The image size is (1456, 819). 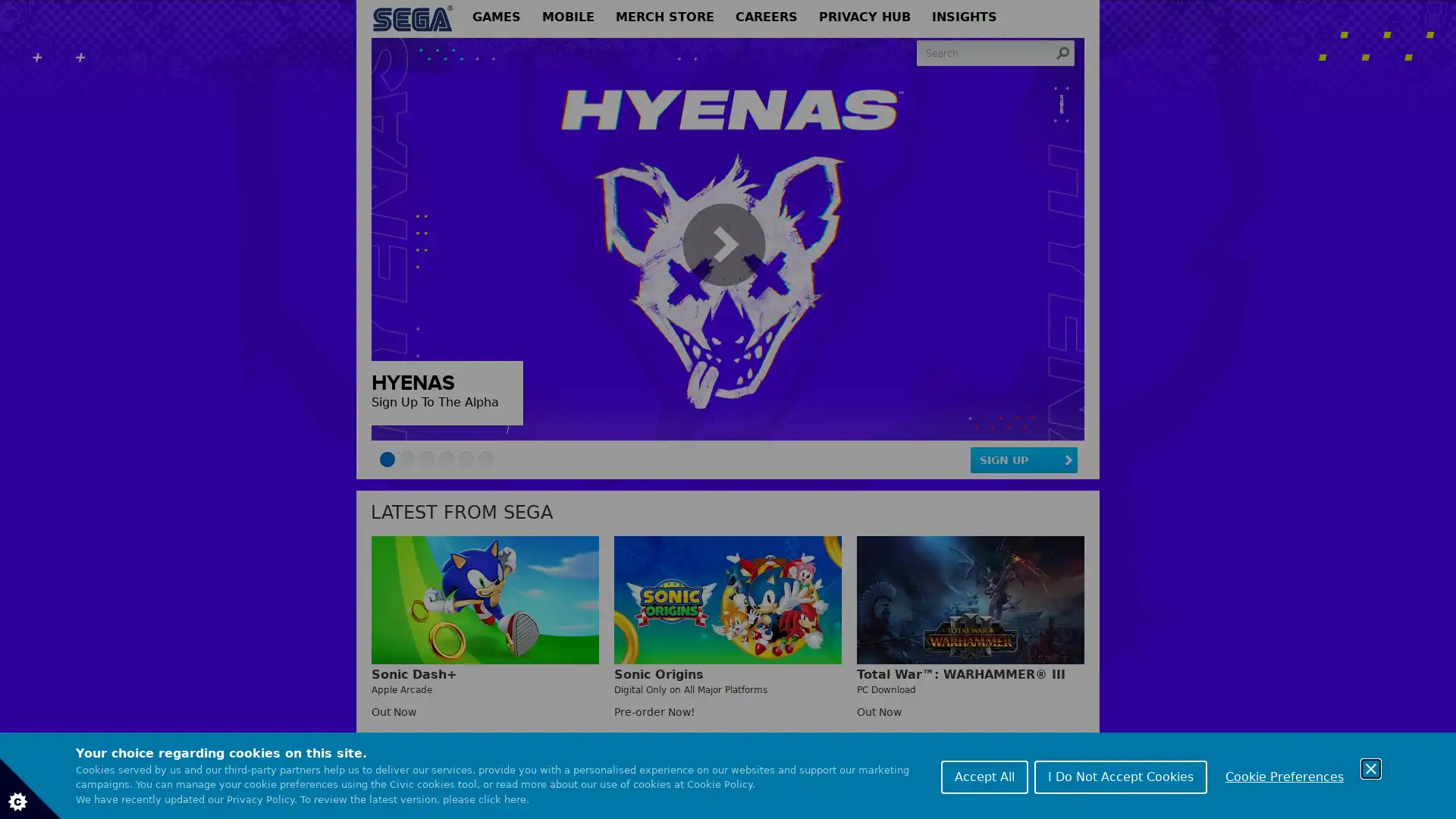 What do you see at coordinates (1284, 776) in the screenshot?
I see `Cookie Preferences` at bounding box center [1284, 776].